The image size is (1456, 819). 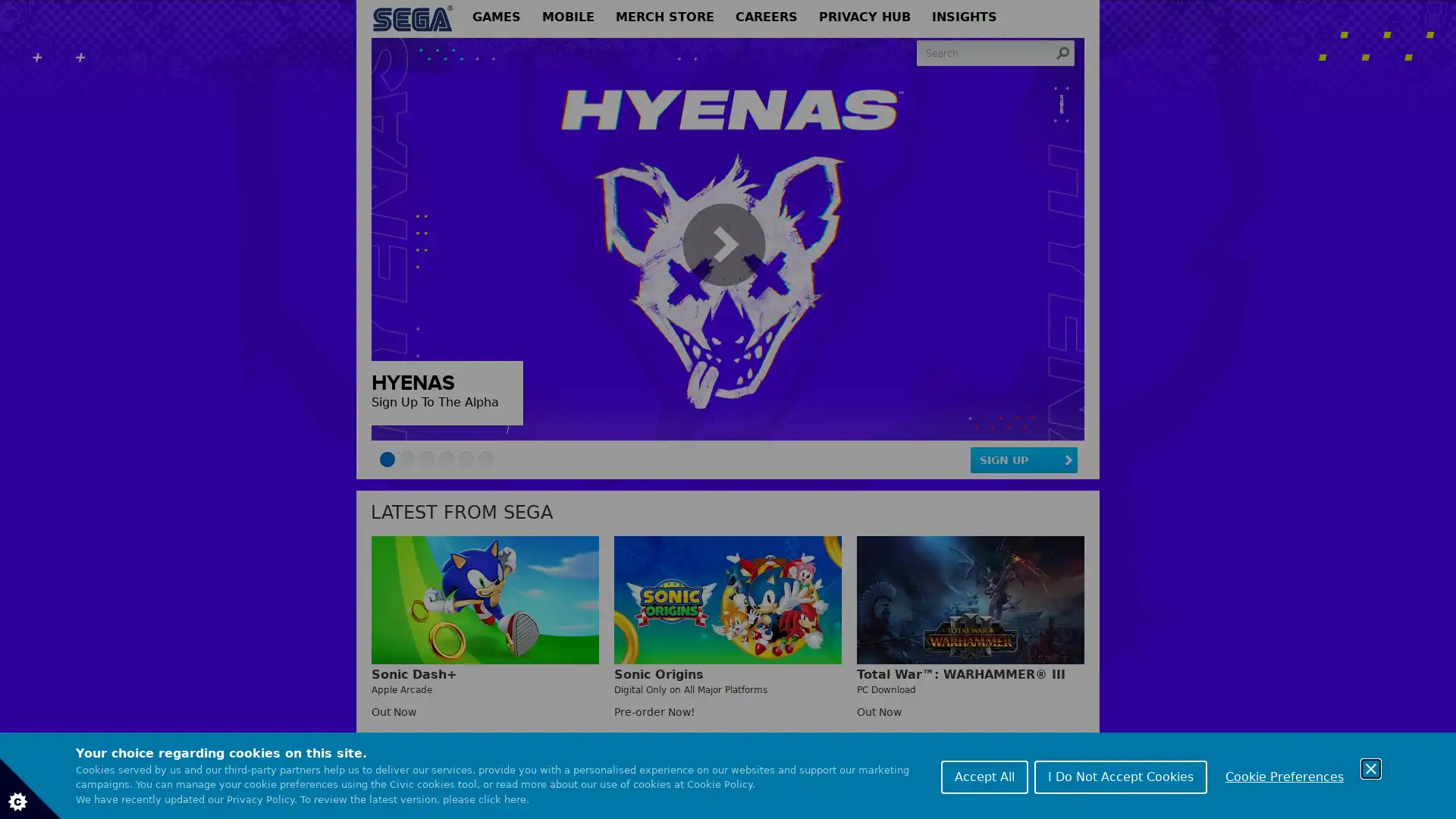 What do you see at coordinates (1284, 776) in the screenshot?
I see `Cookie Preferences` at bounding box center [1284, 776].